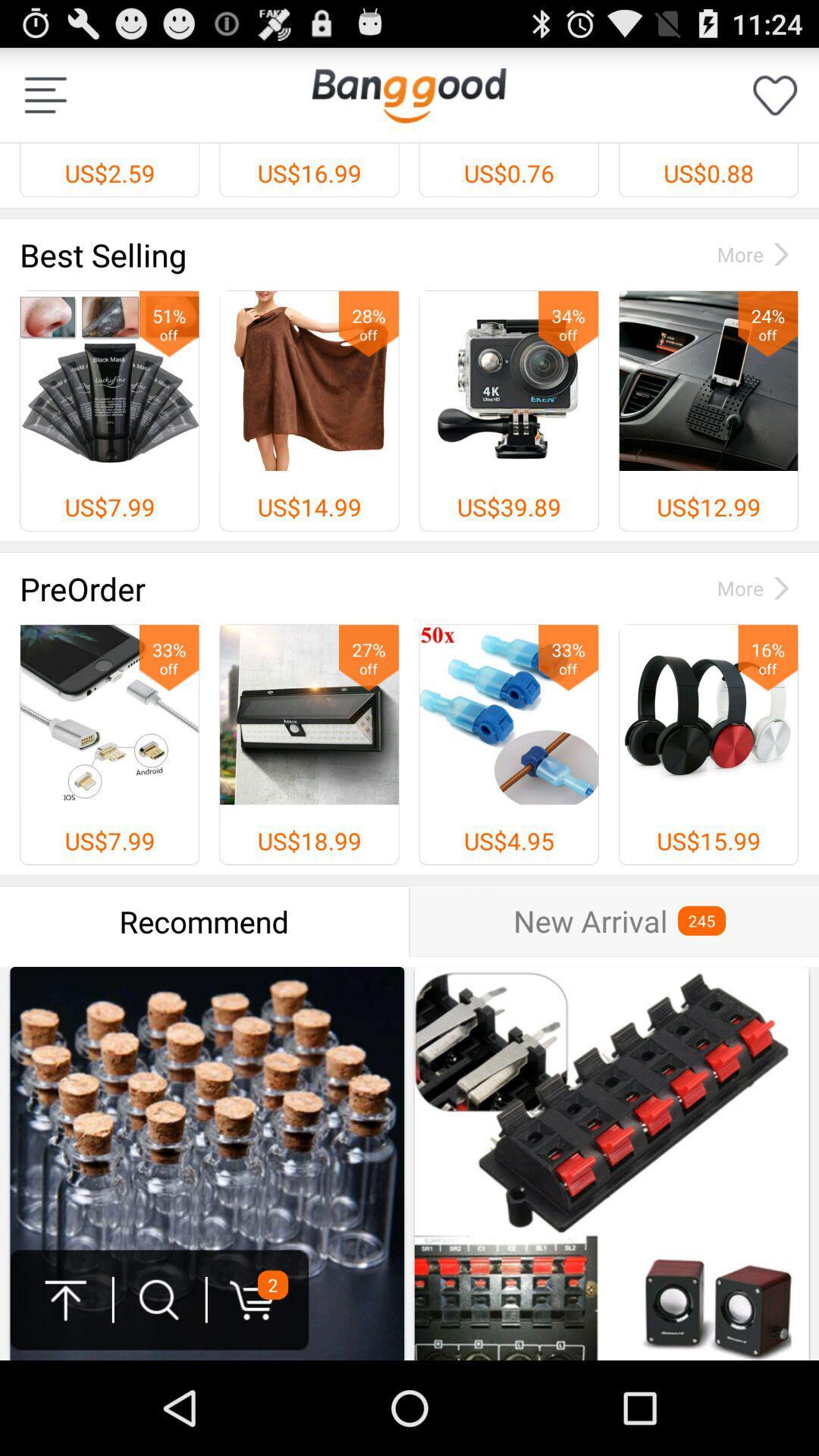 This screenshot has height=1456, width=819. Describe the element at coordinates (45, 94) in the screenshot. I see `list options` at that location.